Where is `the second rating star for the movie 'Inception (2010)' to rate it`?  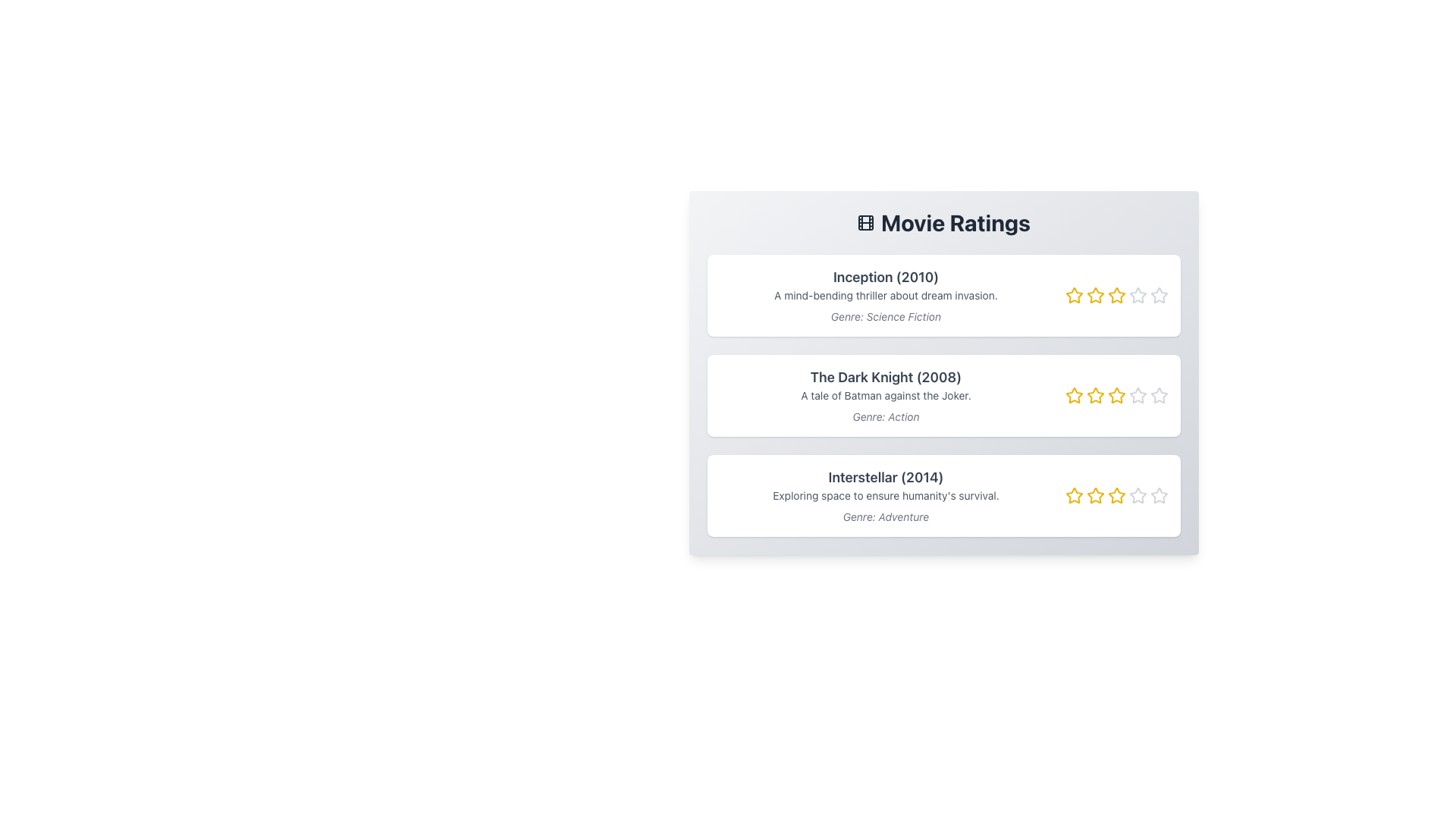 the second rating star for the movie 'Inception (2010)' to rate it is located at coordinates (1095, 295).